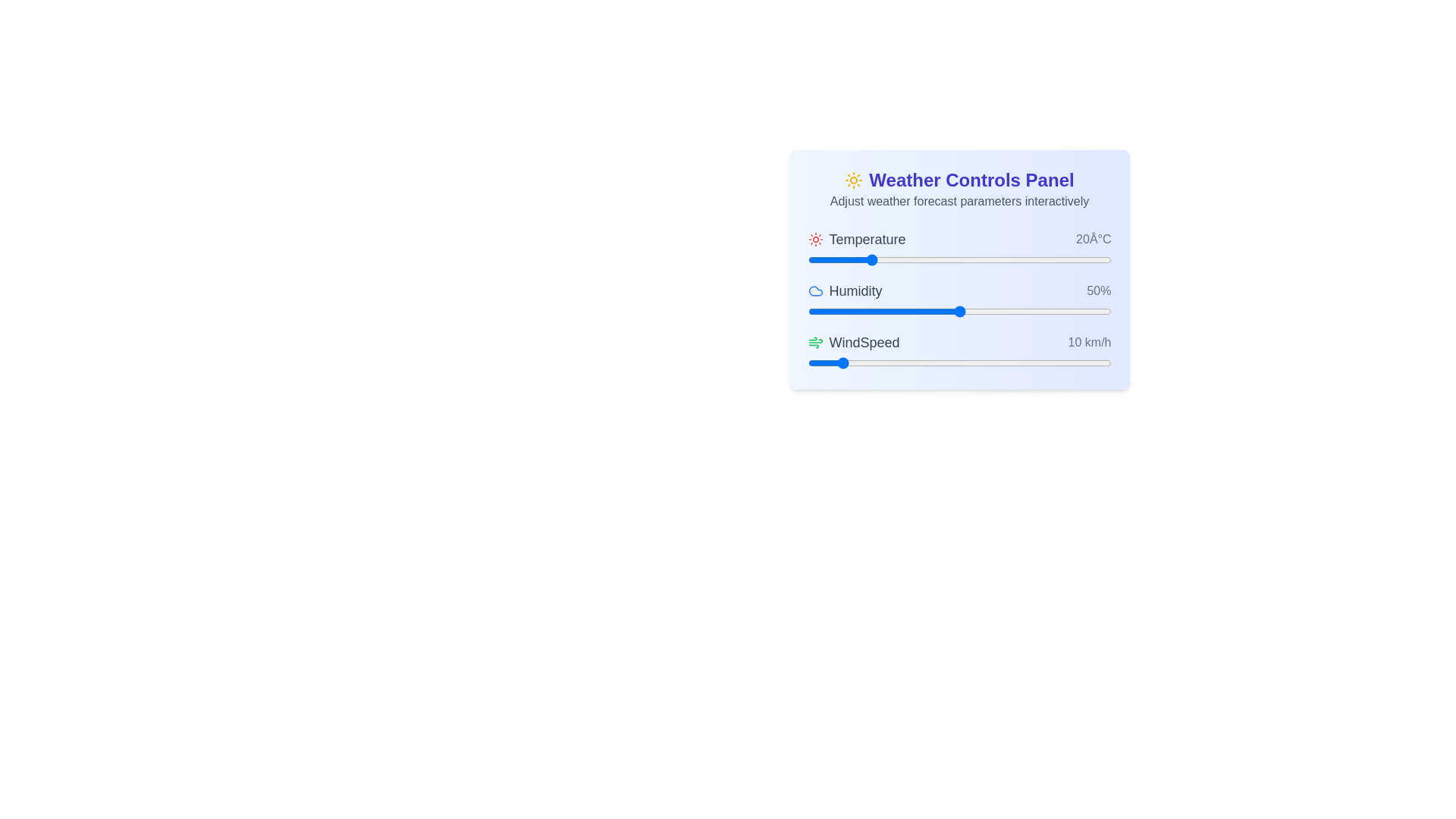 The height and width of the screenshot is (819, 1456). What do you see at coordinates (847, 259) in the screenshot?
I see `the temperature slider to set the temperature to -12°C` at bounding box center [847, 259].